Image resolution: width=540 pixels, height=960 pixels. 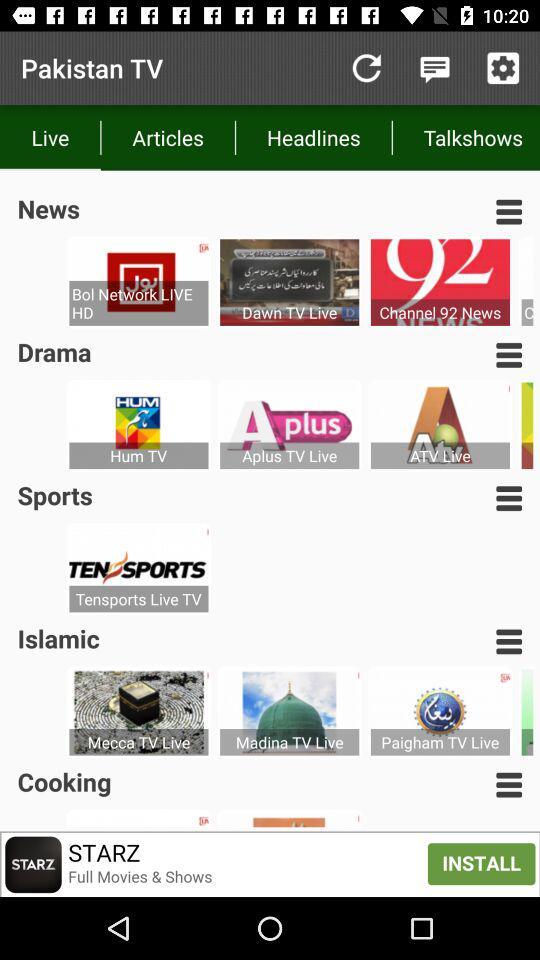 I want to click on more option, so click(x=509, y=211).